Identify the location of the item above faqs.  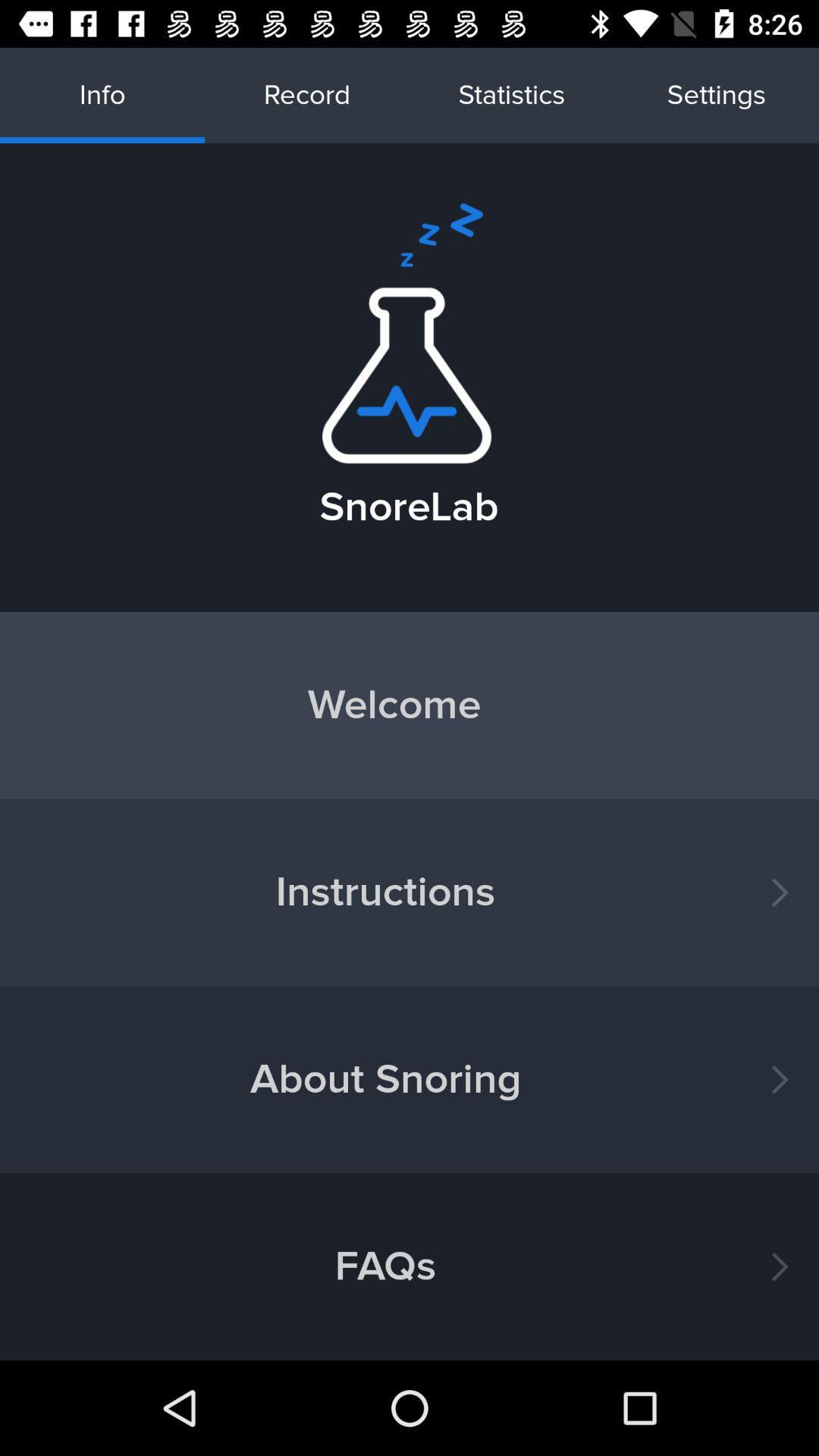
(409, 1078).